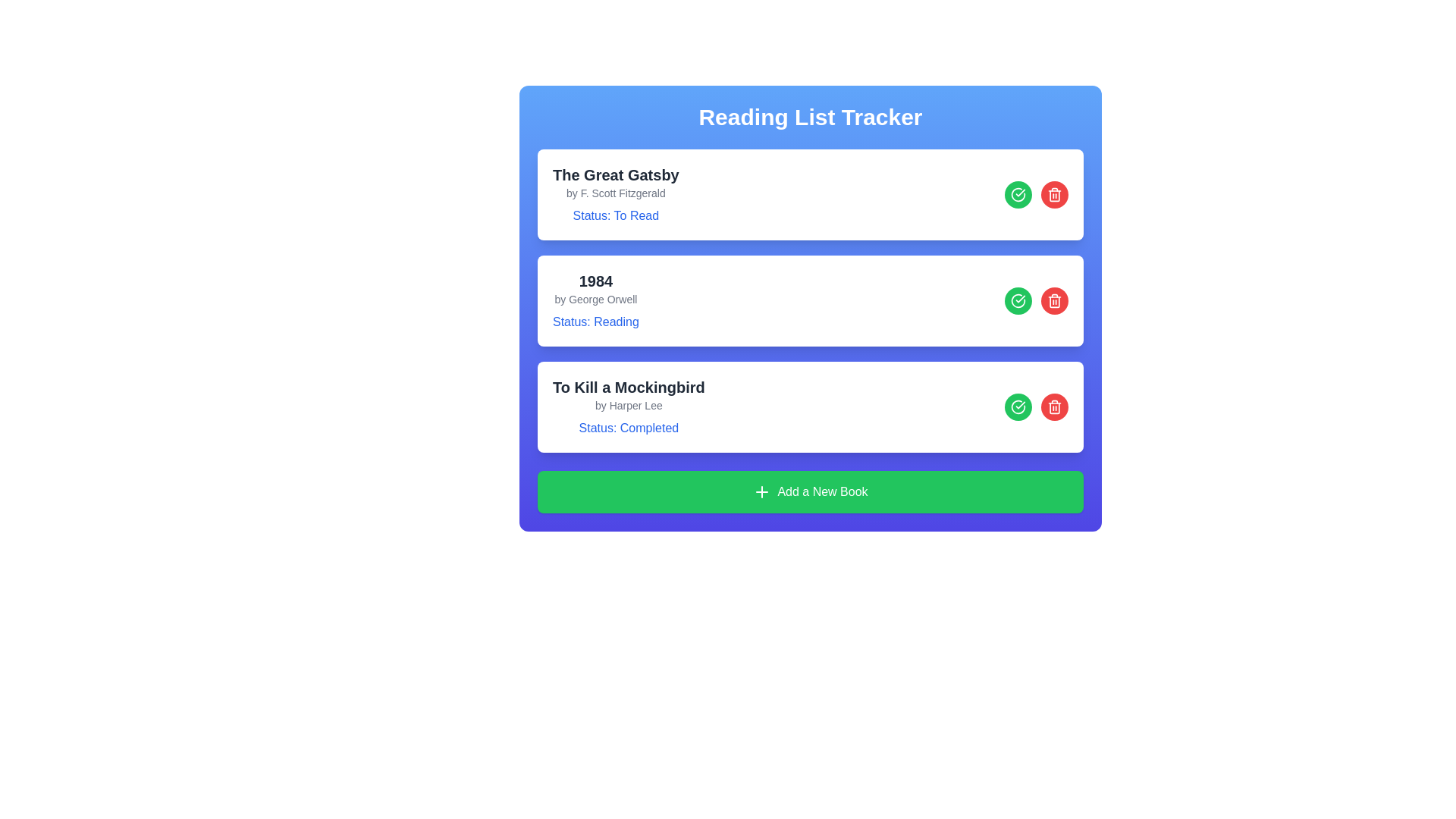 The height and width of the screenshot is (819, 1456). Describe the element at coordinates (1054, 194) in the screenshot. I see `the delete icon button located at the far right of the second row in the list of items, associated with the block titled '1984' by George Orwell` at that location.